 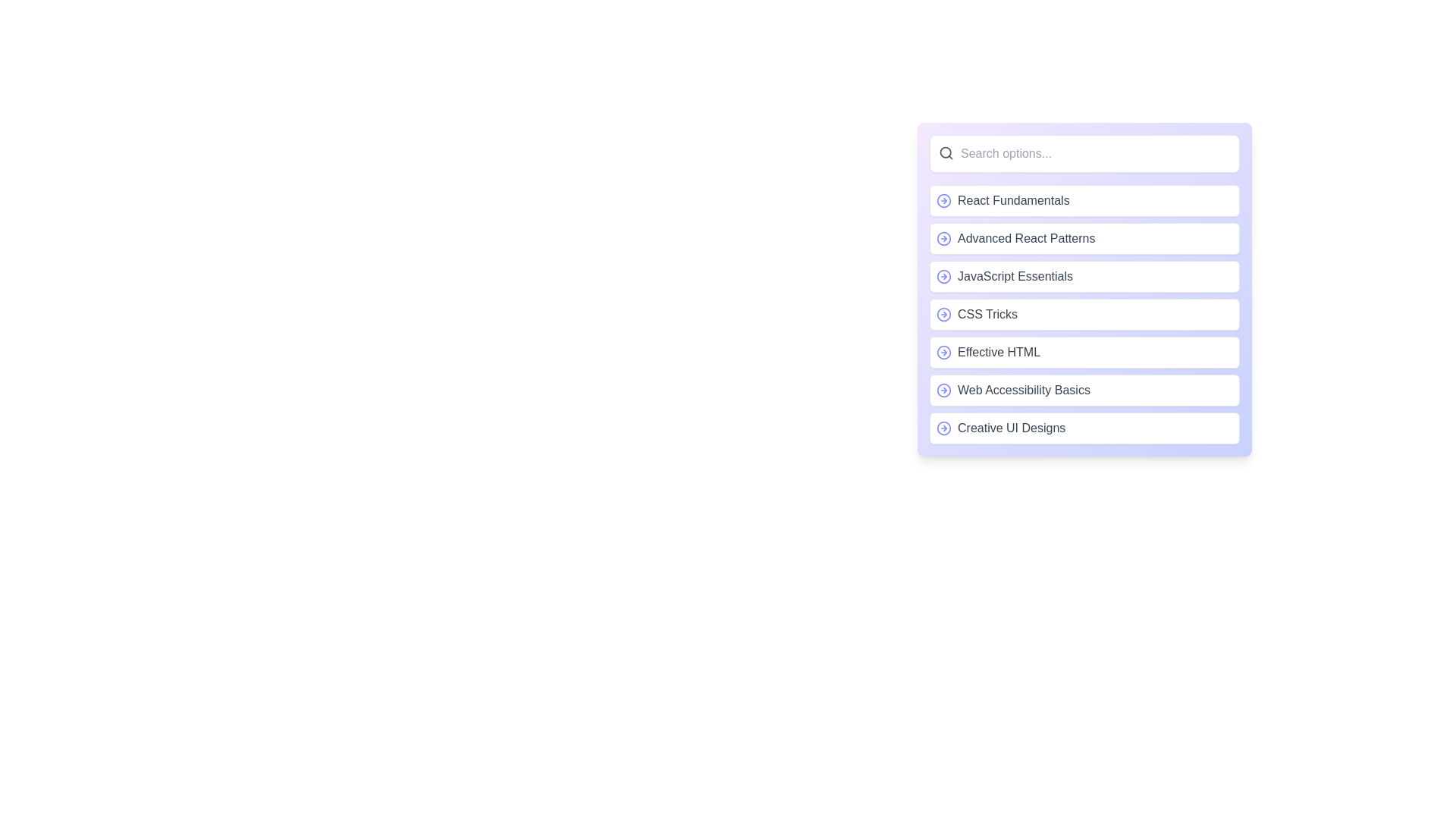 I want to click on the decorative SVG circle element adjacent to the 'JavaScript Essentials' text in the vertical menu, which is the fifth item in the list, so click(x=943, y=277).